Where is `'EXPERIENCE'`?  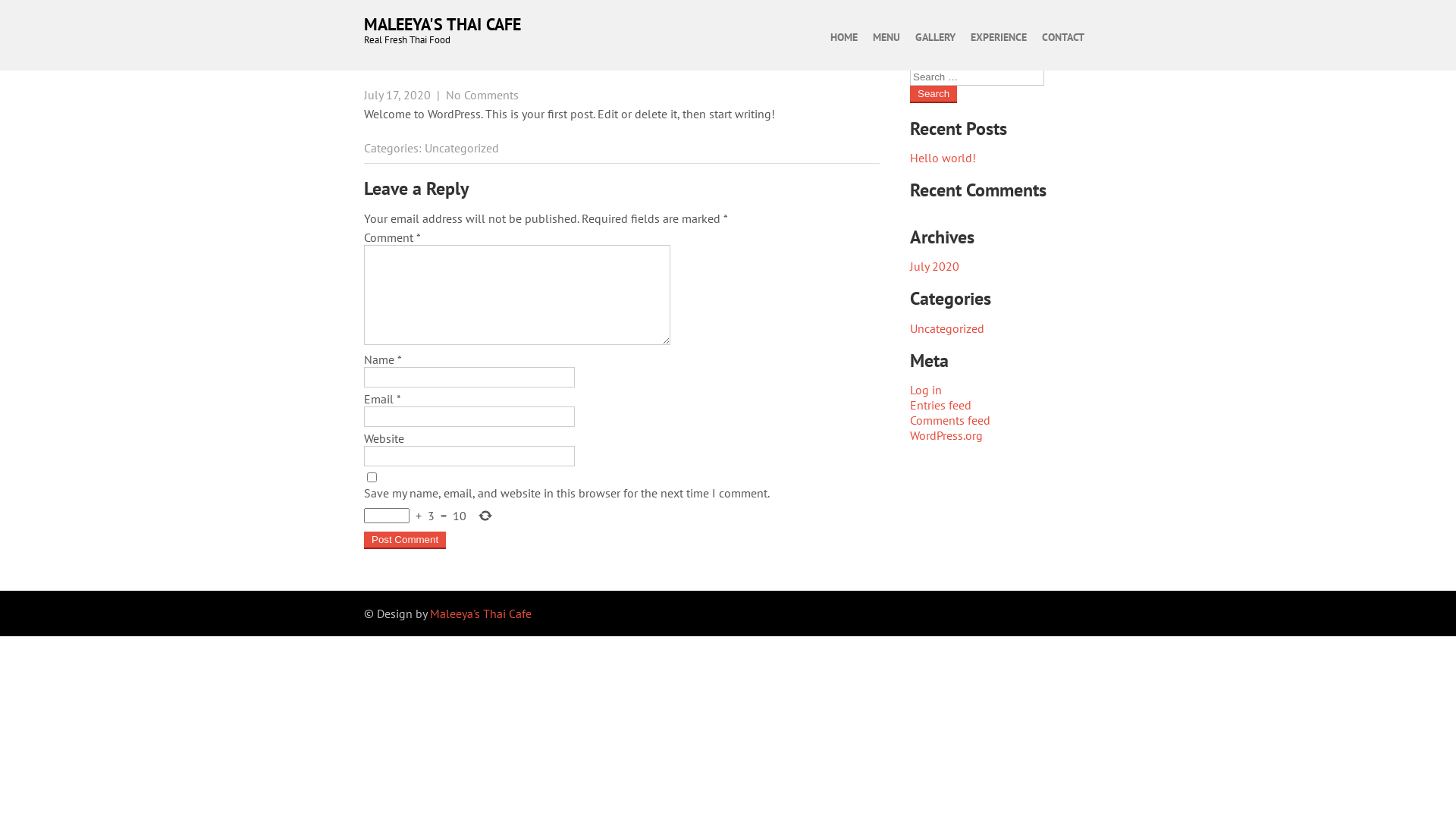 'EXPERIENCE' is located at coordinates (998, 36).